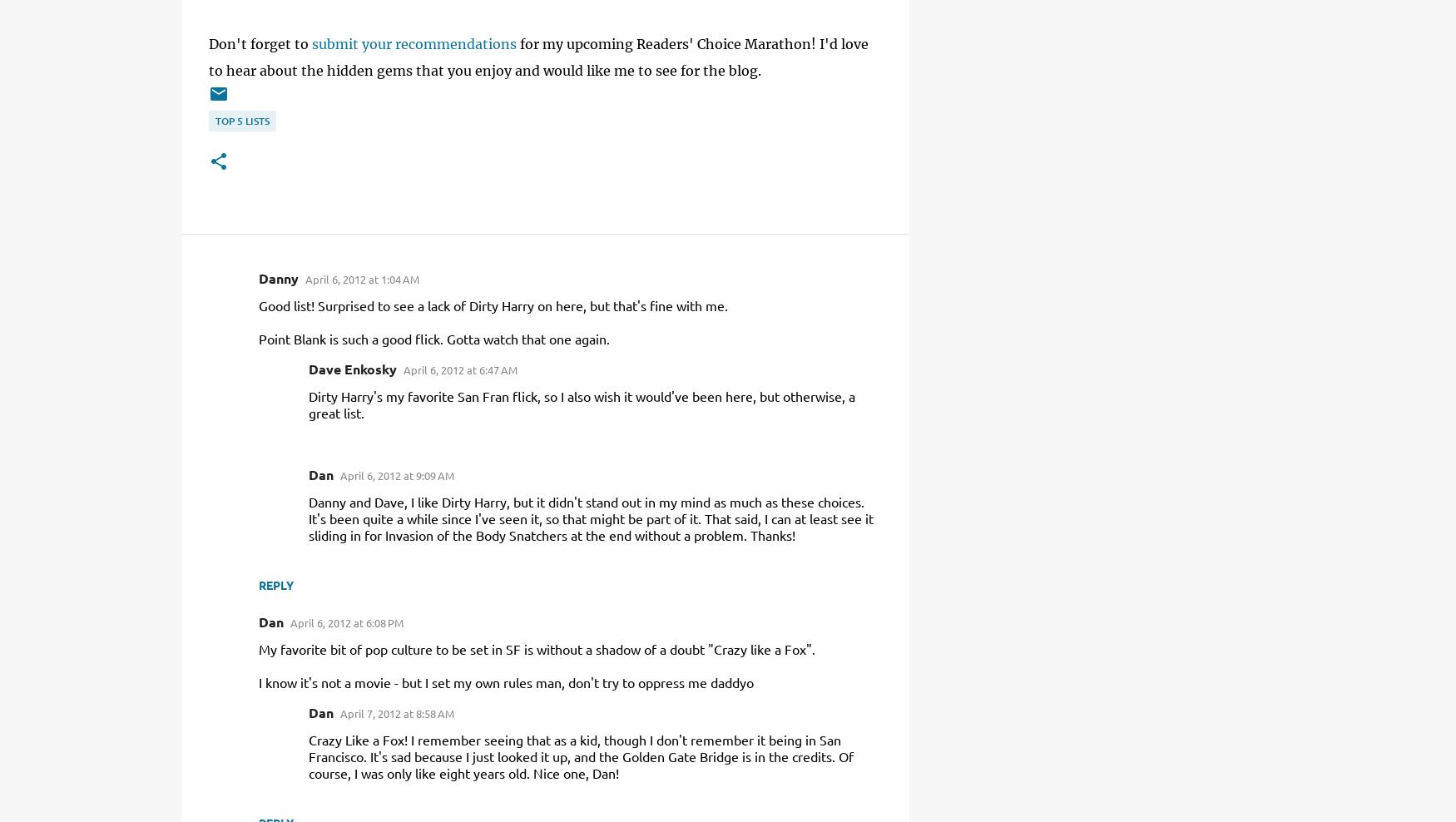 Image resolution: width=1456 pixels, height=822 pixels. Describe the element at coordinates (433, 337) in the screenshot. I see `'Point Blank is such a good flick. Gotta watch that one again.'` at that location.